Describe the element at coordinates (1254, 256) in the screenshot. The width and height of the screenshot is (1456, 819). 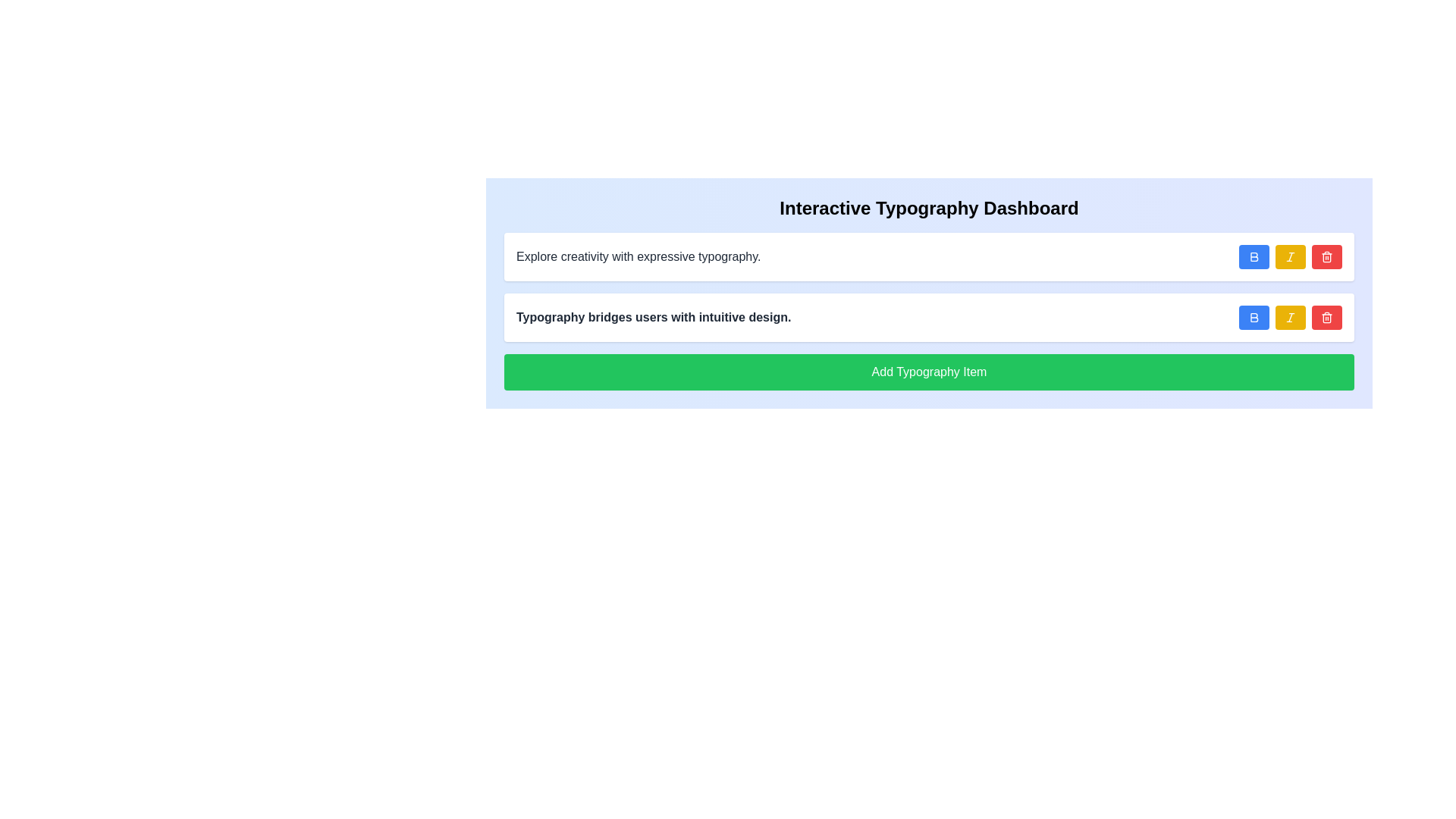
I see `the bold formatting icon located within the button group to the right of the text input field in the top-row entry of the interactive typography dashboard` at that location.